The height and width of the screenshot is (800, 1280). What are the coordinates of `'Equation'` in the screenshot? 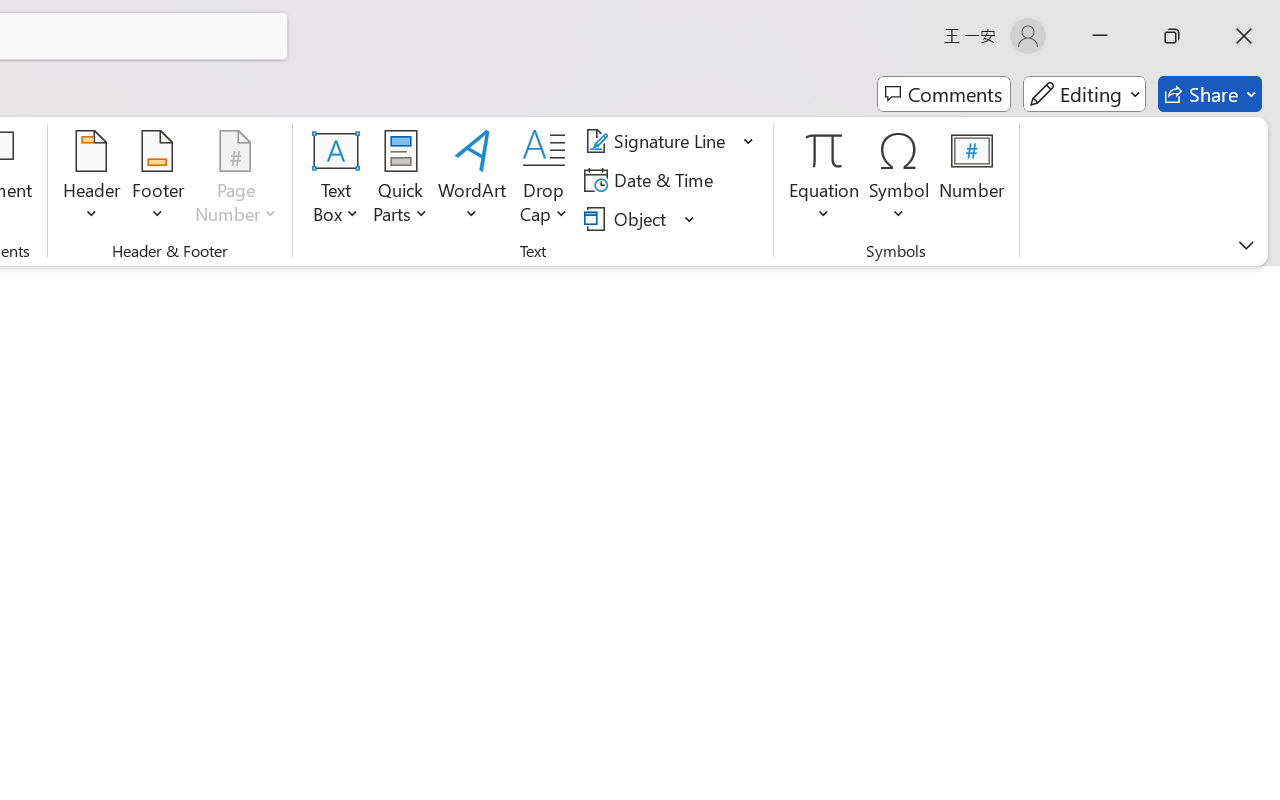 It's located at (824, 150).